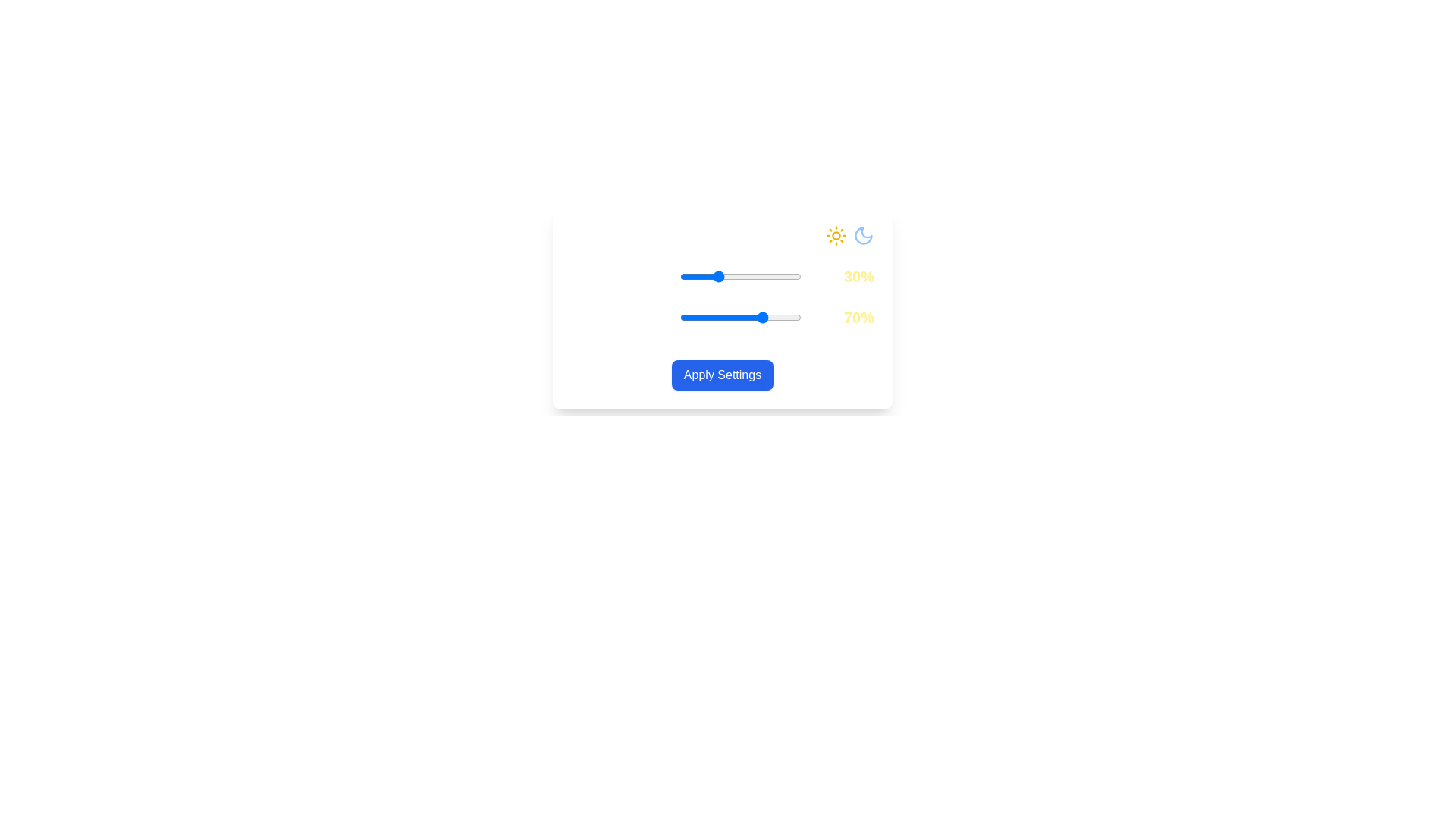 This screenshot has height=819, width=1456. What do you see at coordinates (700, 277) in the screenshot?
I see `the Daylight Intensity slider to 17%` at bounding box center [700, 277].